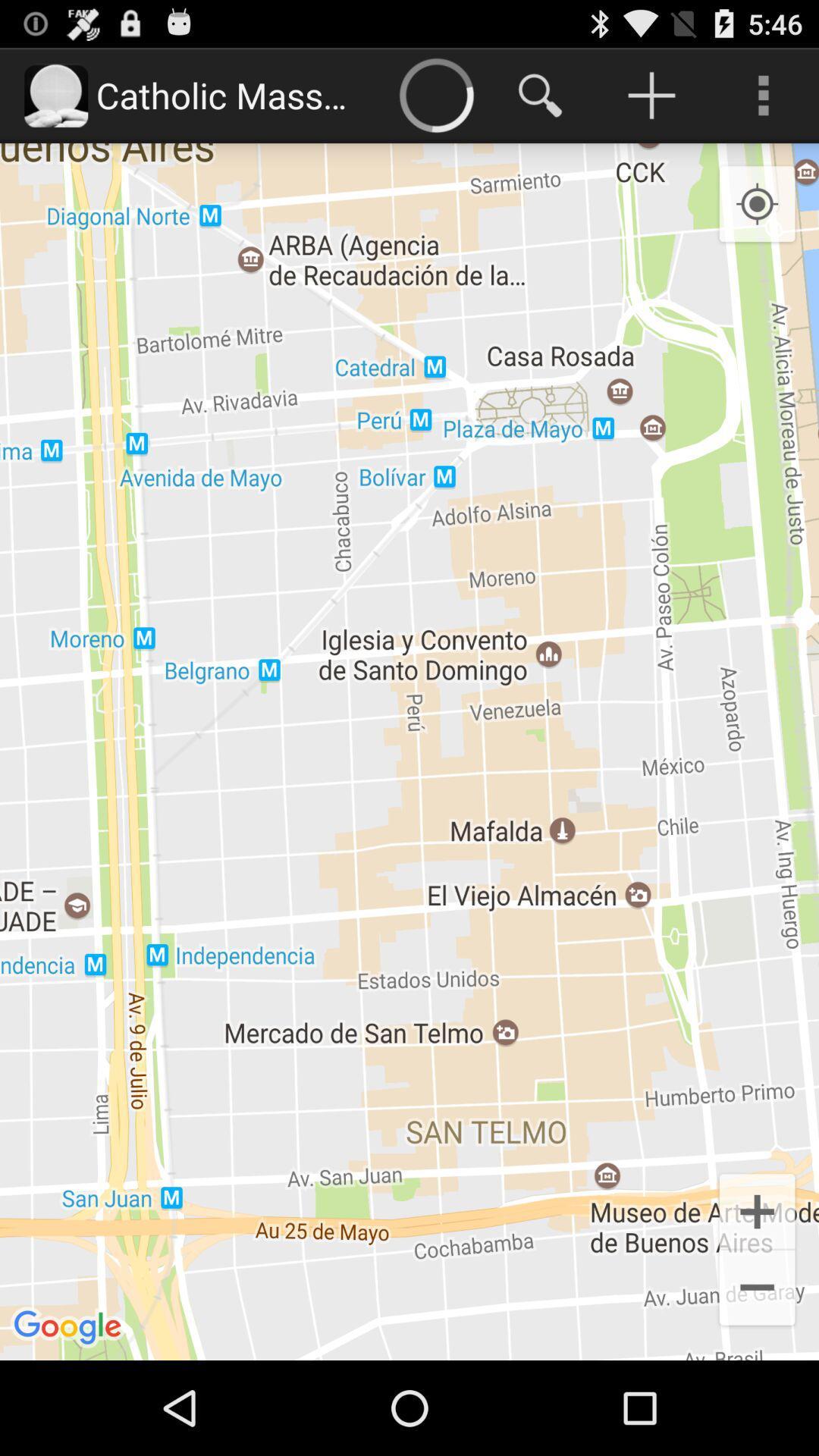 The height and width of the screenshot is (1456, 819). What do you see at coordinates (757, 1294) in the screenshot?
I see `the add icon` at bounding box center [757, 1294].